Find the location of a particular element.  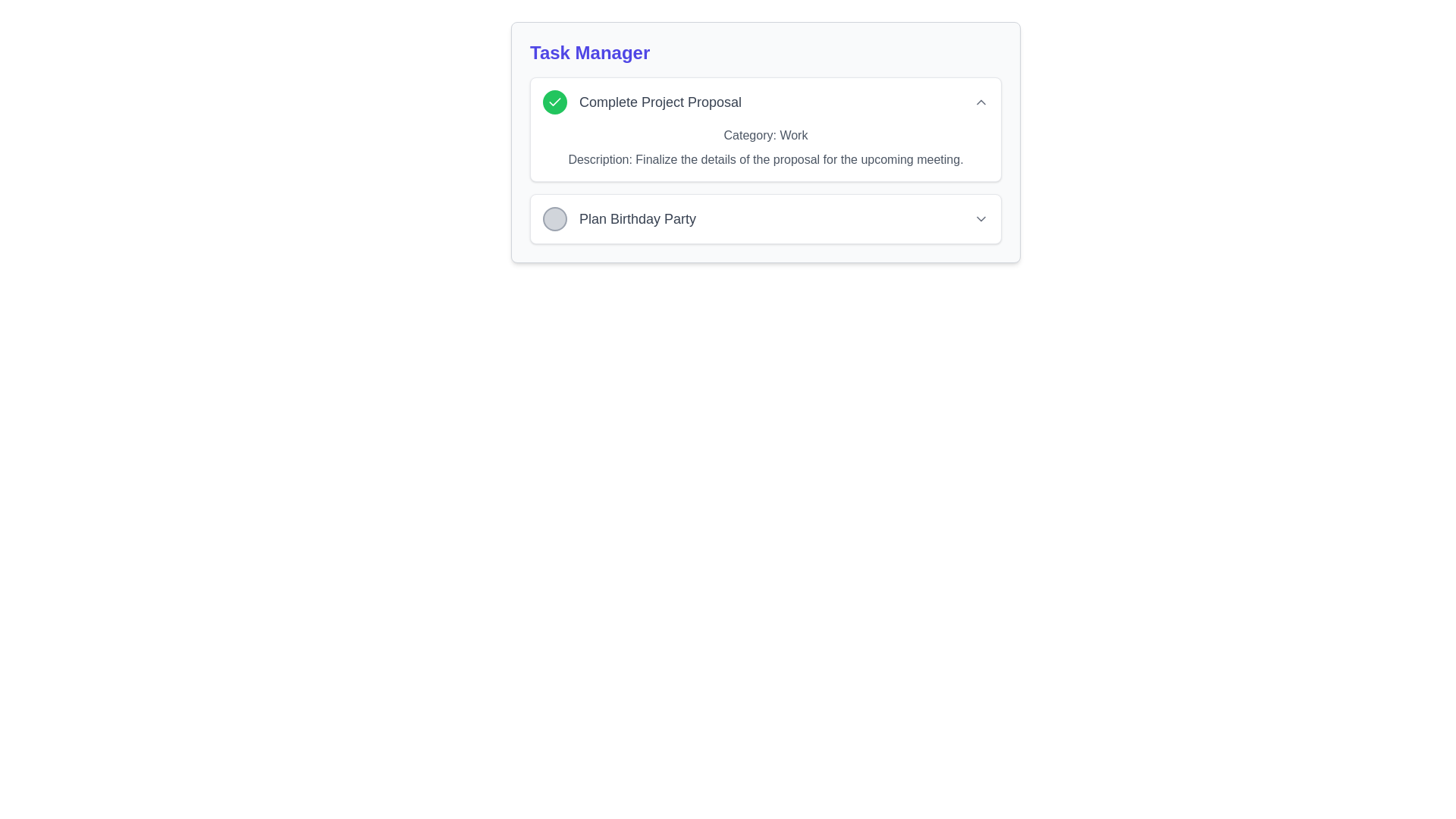

the Dropdown icon located to the right of the 'Plan Birthday Party' text to change its color from gray to indigo is located at coordinates (981, 219).